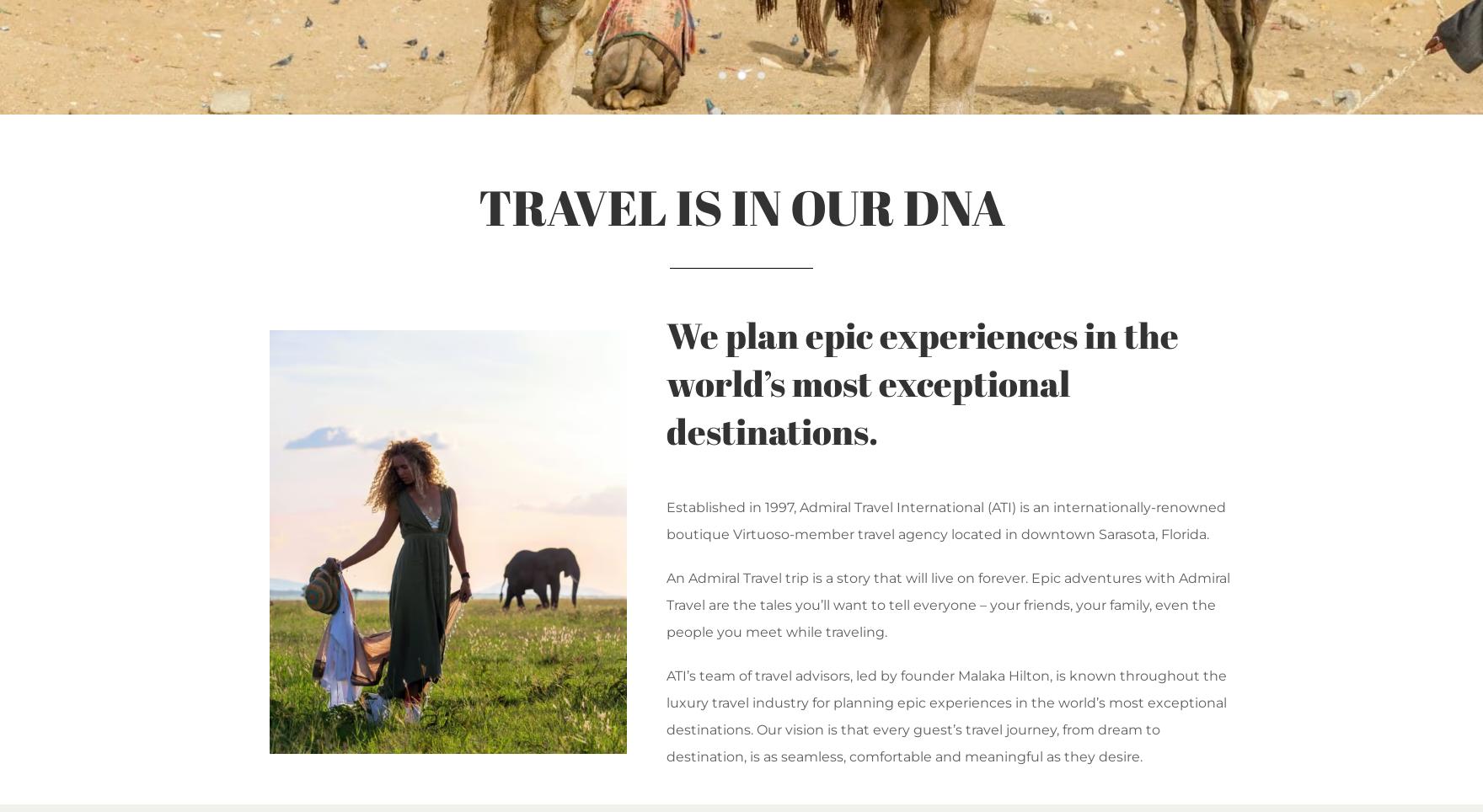 The image size is (1483, 812). I want to click on 'An Admiral Travel trip is a story that will live on forever. Epic adventures with Admiral Travel are the tales you’ll want to tell everyone – your friends, your family, even the people you meet while traveling.', so click(947, 605).